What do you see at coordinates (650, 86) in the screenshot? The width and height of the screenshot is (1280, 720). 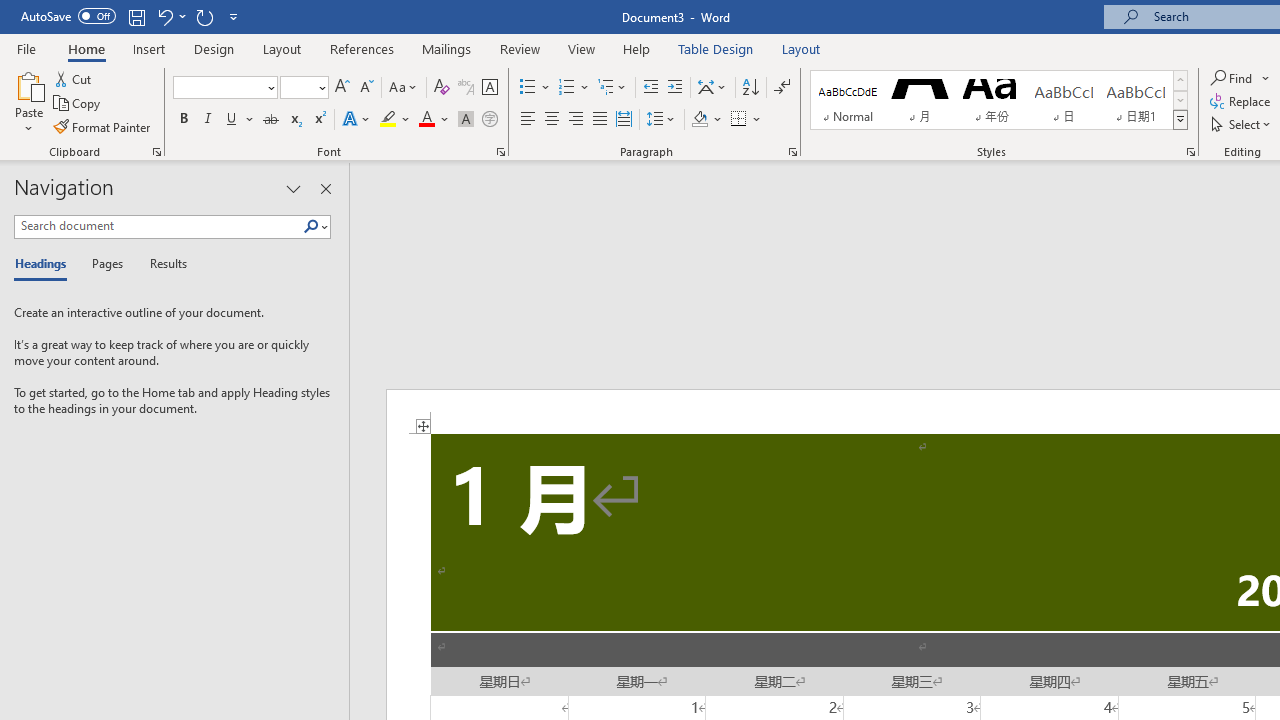 I see `'Decrease Indent'` at bounding box center [650, 86].